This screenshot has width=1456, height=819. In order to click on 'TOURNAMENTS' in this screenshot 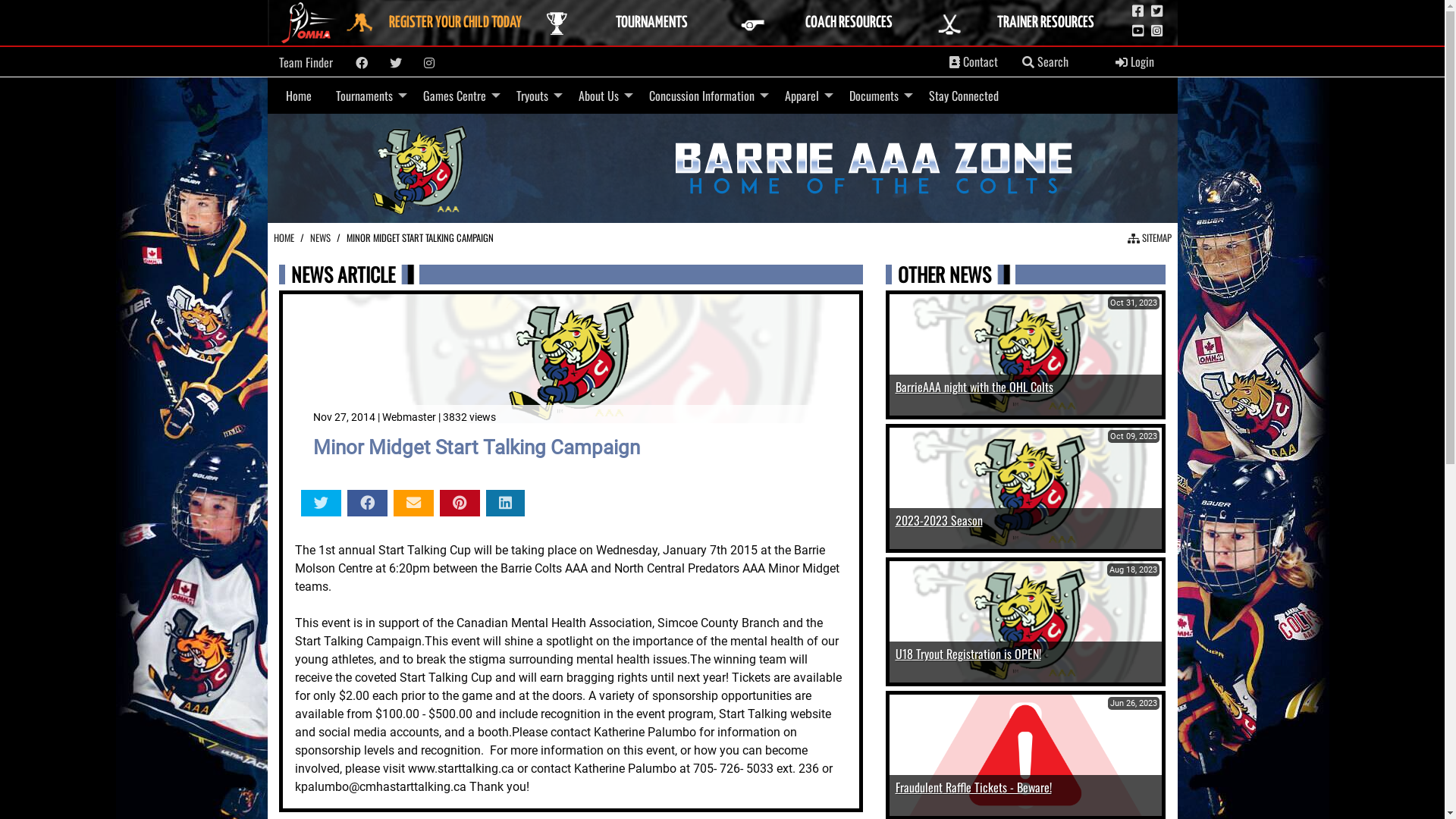, I will do `click(636, 23)`.